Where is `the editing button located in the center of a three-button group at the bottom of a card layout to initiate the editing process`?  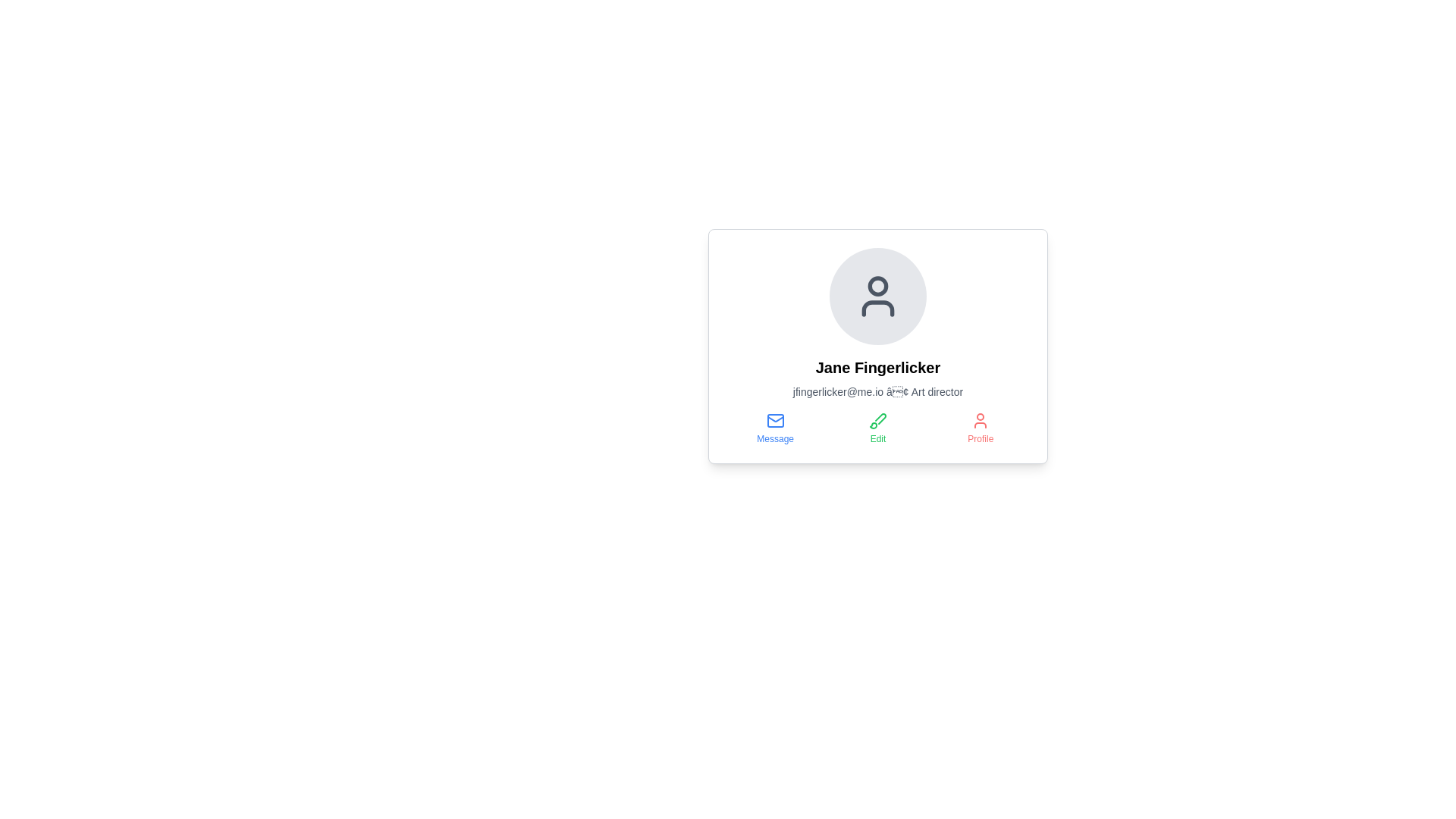
the editing button located in the center of a three-button group at the bottom of a card layout to initiate the editing process is located at coordinates (877, 428).